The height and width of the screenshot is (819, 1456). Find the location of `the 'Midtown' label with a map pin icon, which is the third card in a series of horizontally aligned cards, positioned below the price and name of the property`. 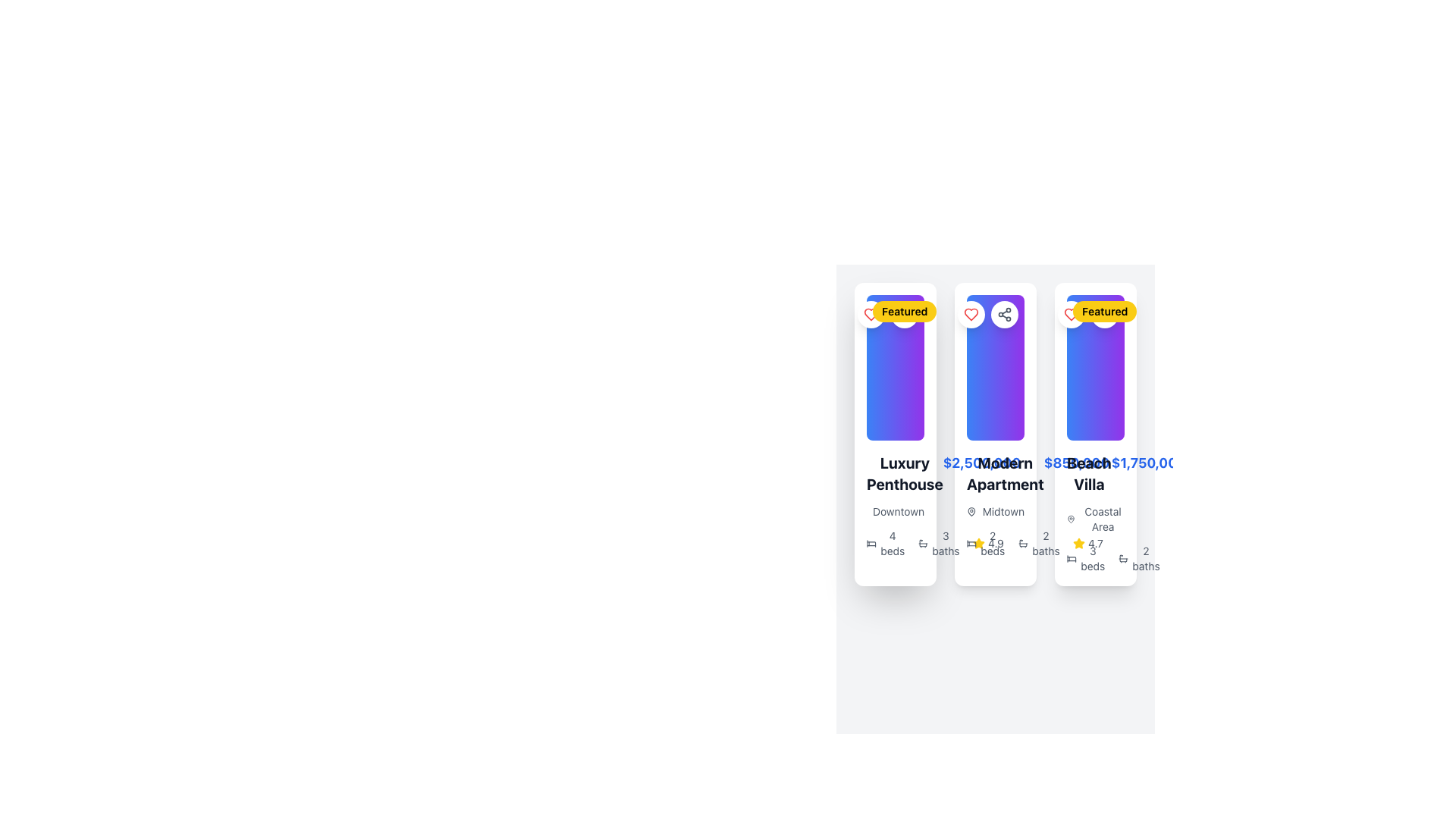

the 'Midtown' label with a map pin icon, which is the third card in a series of horizontally aligned cards, positioned below the price and name of the property is located at coordinates (996, 512).